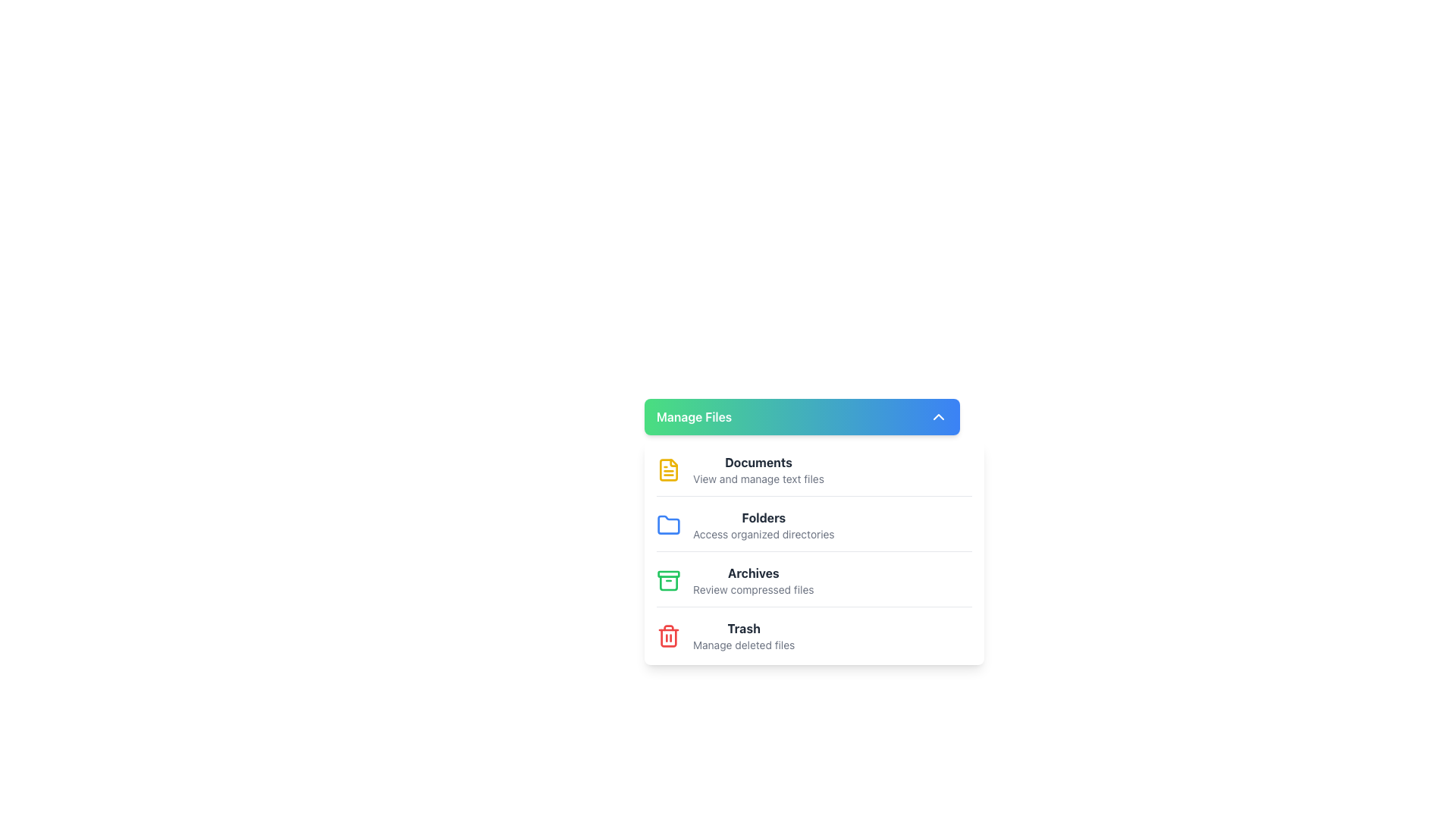  I want to click on the yellow document icon with a folded top-right corner located in the 'Documents' section, so click(668, 469).